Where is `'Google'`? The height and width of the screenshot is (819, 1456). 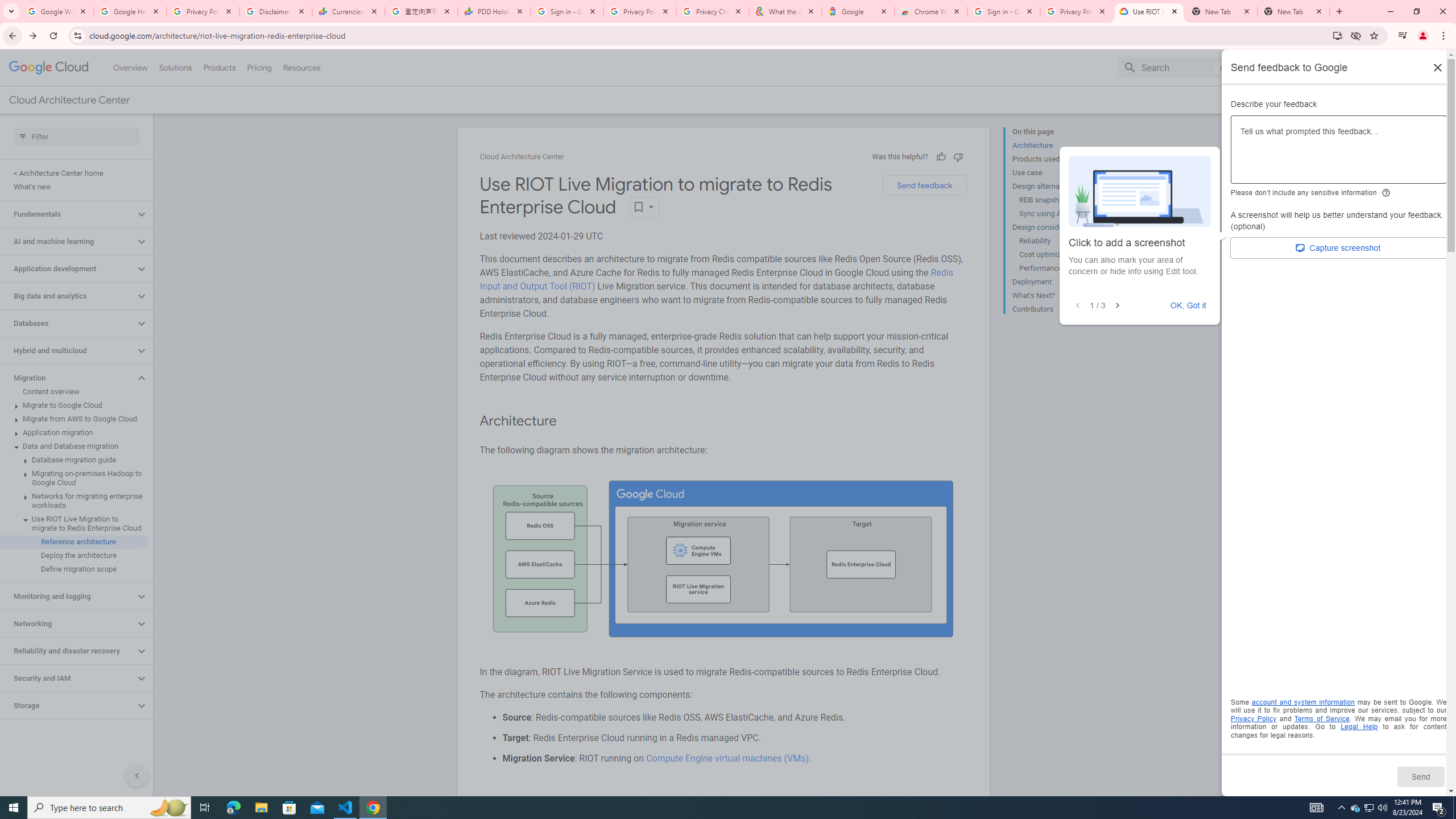 'Google' is located at coordinates (858, 11).